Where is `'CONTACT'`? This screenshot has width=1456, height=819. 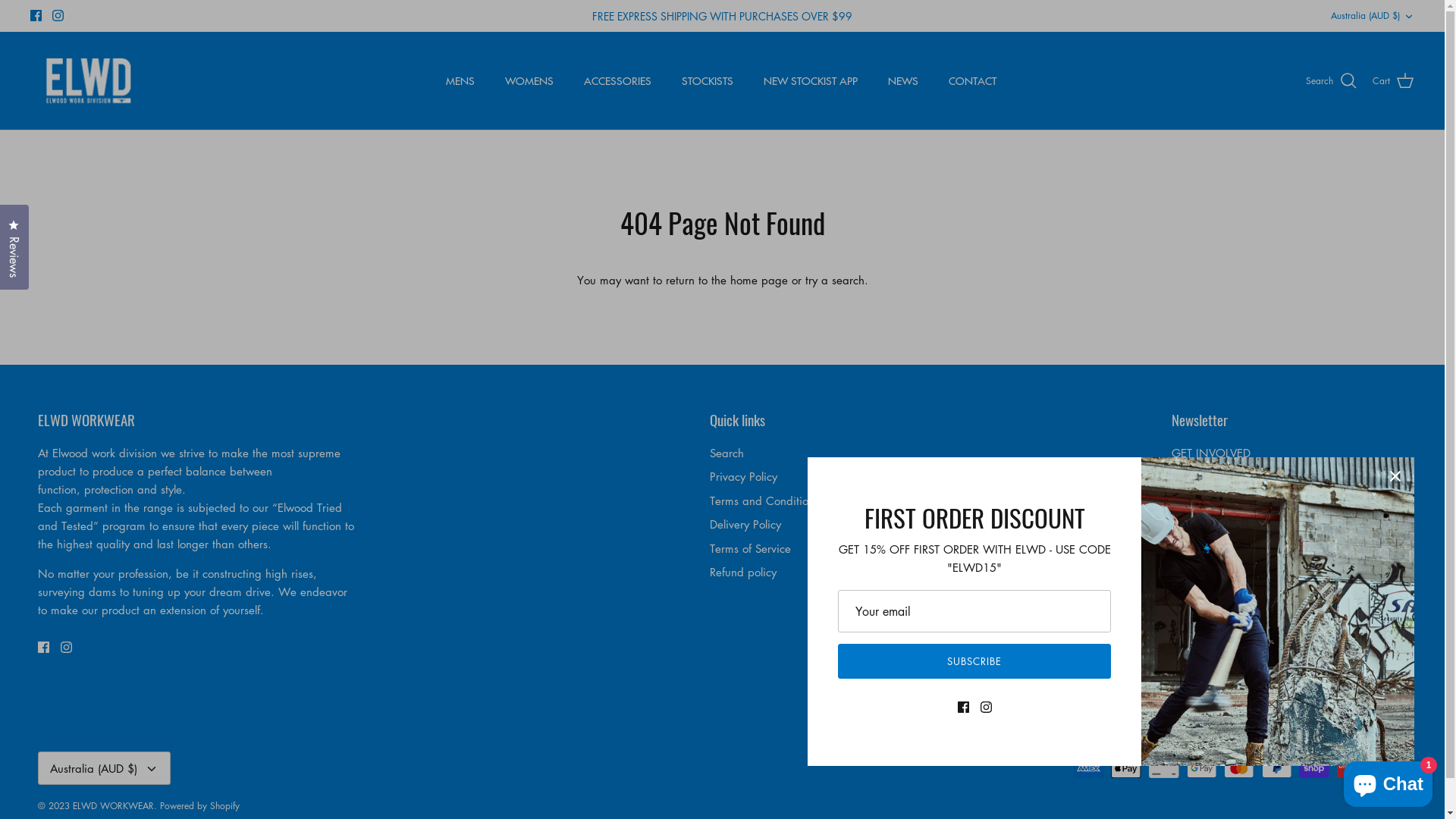
'CONTACT' is located at coordinates (934, 80).